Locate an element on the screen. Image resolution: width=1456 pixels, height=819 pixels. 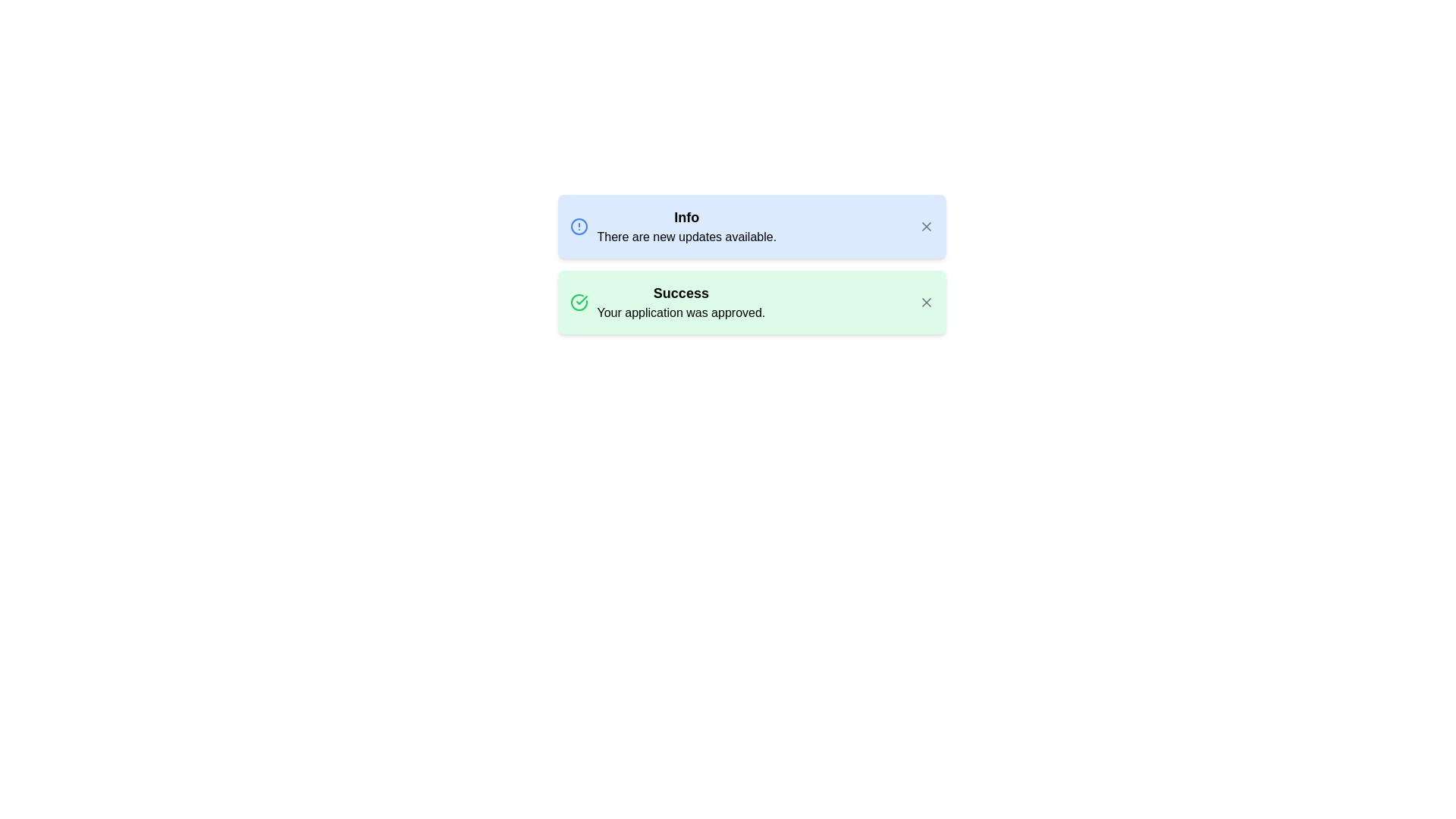
the informational Text Label indicating application approval, located in the second notification box under the 'Success' heading is located at coordinates (680, 312).